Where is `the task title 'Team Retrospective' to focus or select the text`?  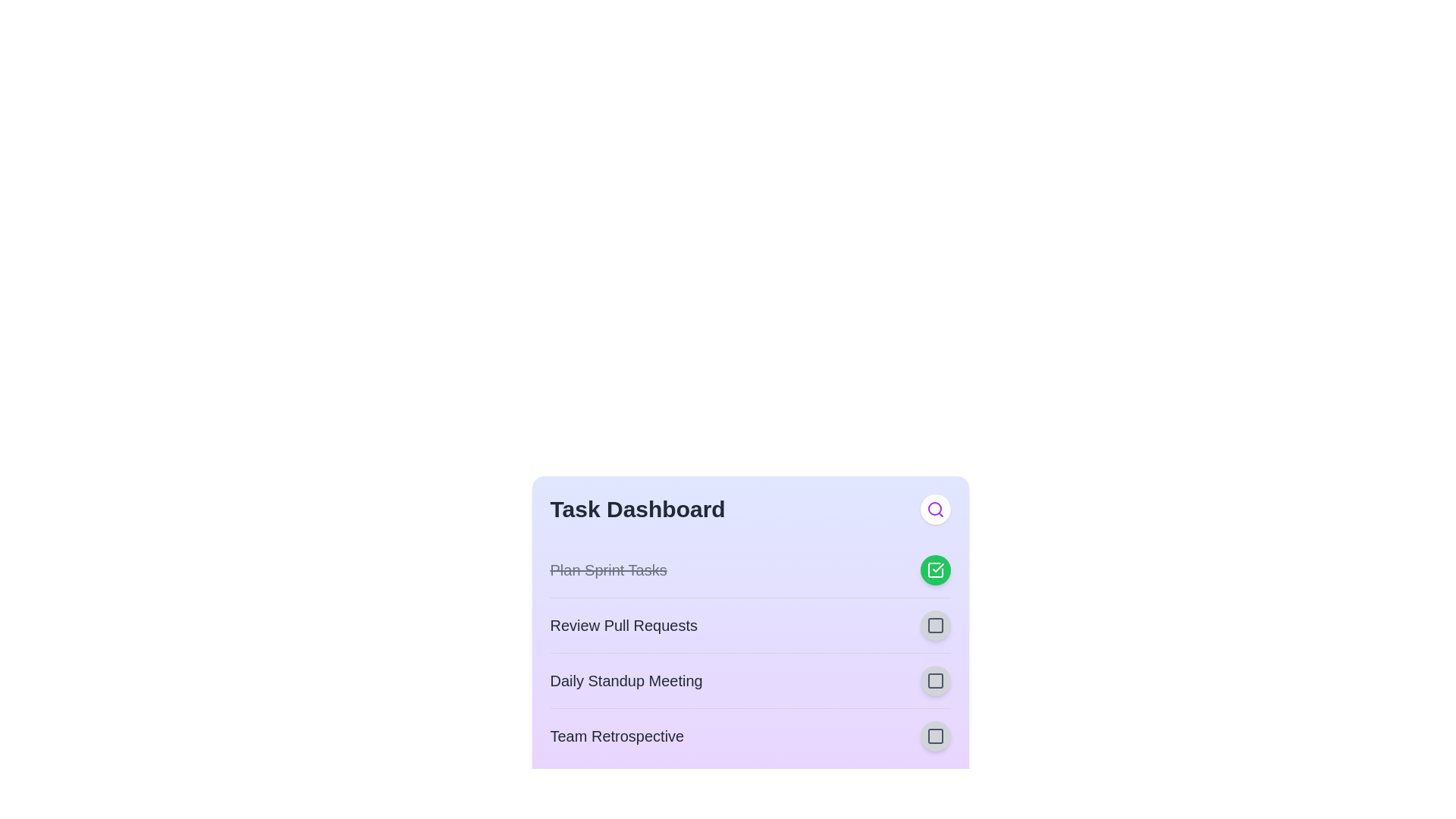 the task title 'Team Retrospective' to focus or select the text is located at coordinates (617, 736).